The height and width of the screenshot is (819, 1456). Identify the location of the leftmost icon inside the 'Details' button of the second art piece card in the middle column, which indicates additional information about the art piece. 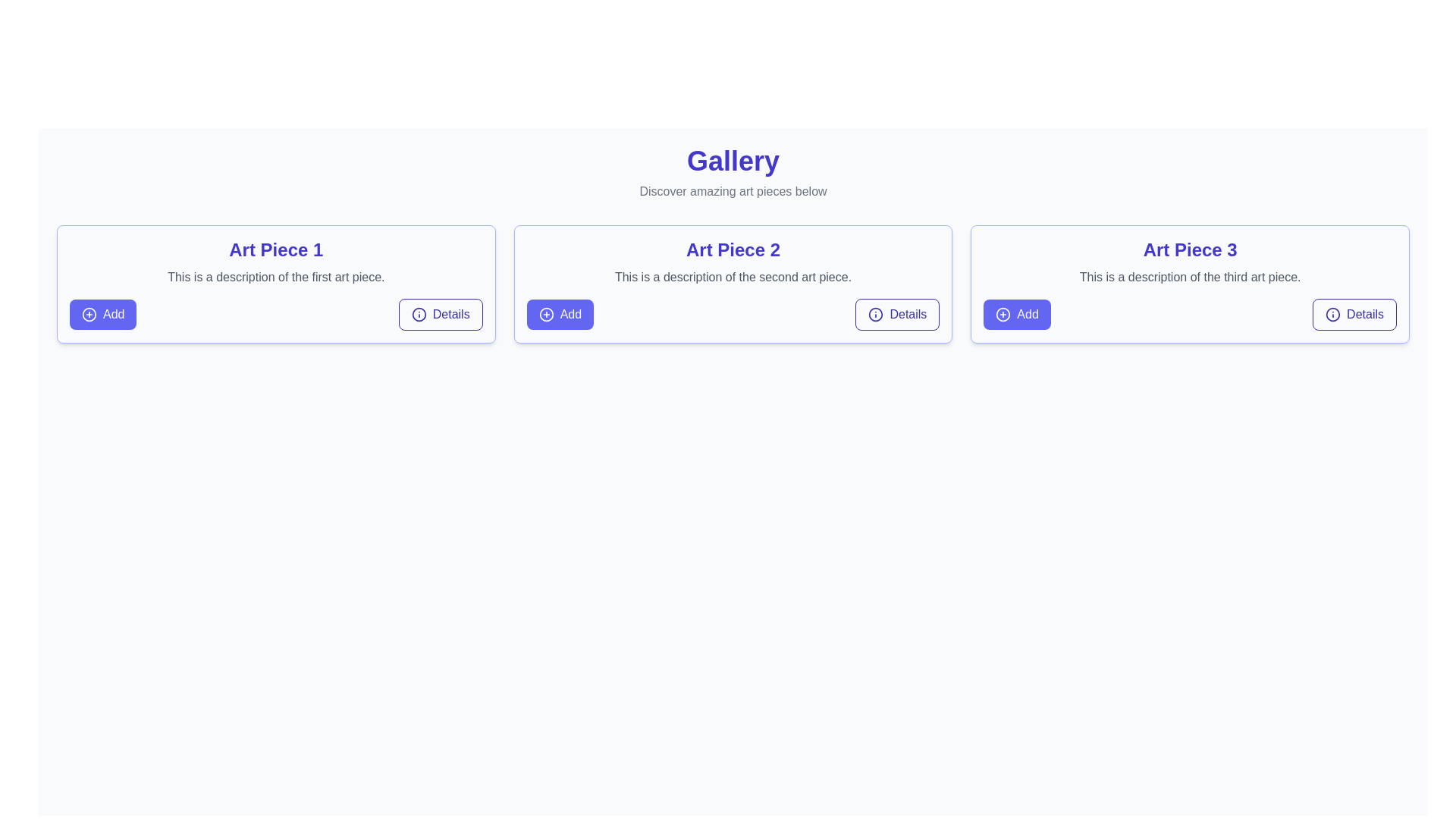
(876, 314).